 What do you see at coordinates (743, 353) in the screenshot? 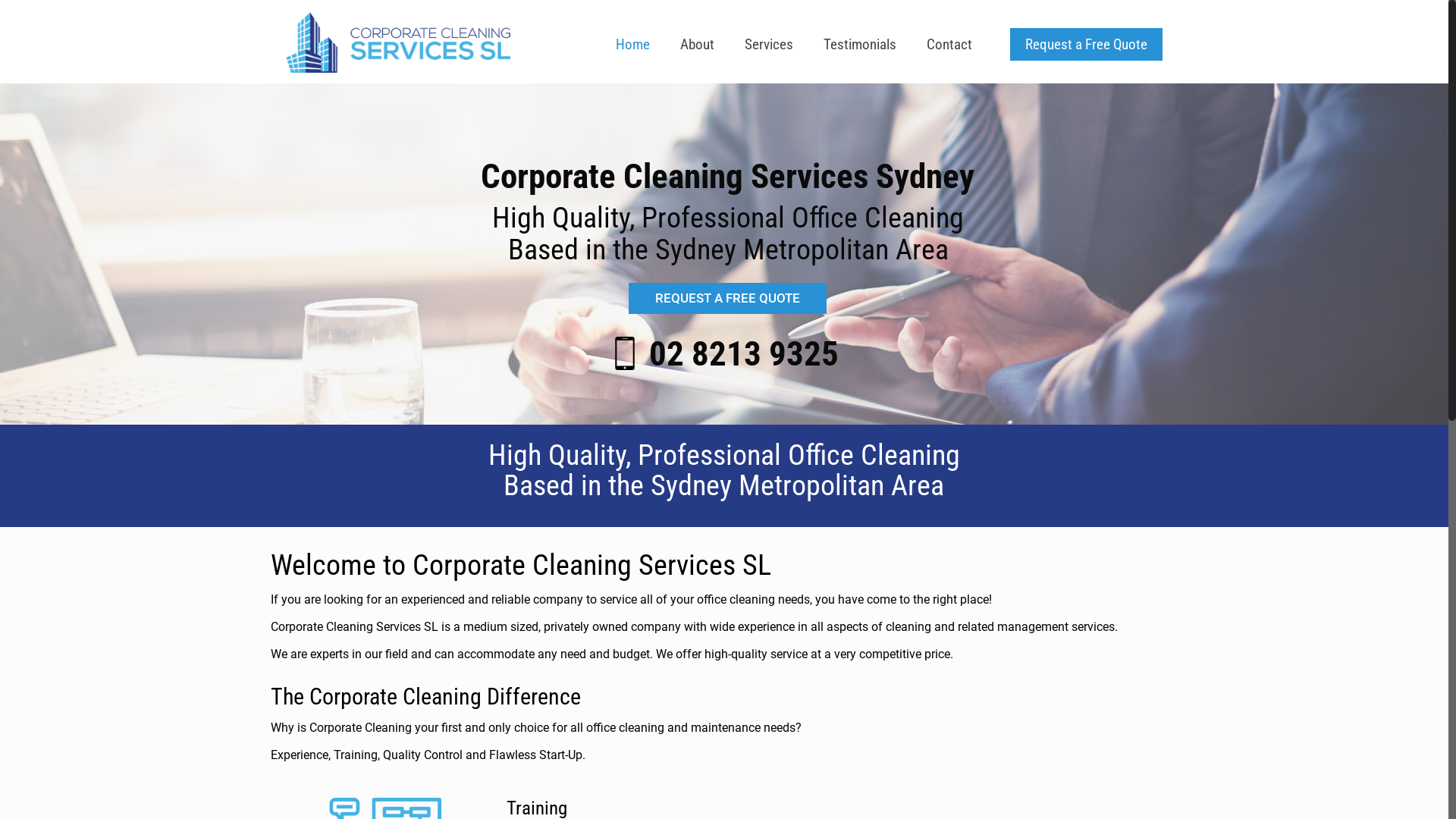
I see `'02 8213 9325'` at bounding box center [743, 353].